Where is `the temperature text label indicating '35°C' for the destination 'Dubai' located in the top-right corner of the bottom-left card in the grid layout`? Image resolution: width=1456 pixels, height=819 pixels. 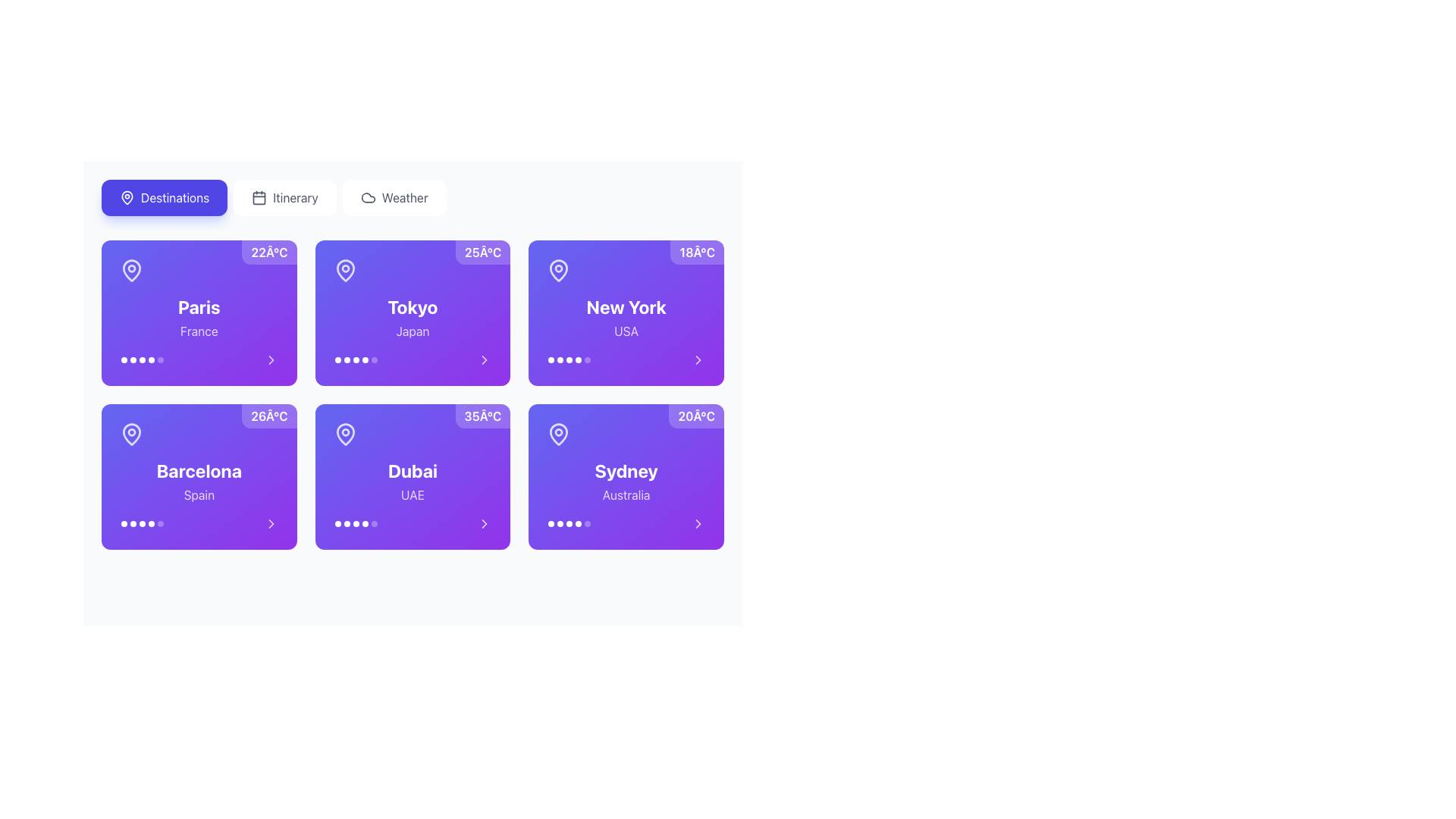
the temperature text label indicating '35°C' for the destination 'Dubai' located in the top-right corner of the bottom-left card in the grid layout is located at coordinates (482, 416).